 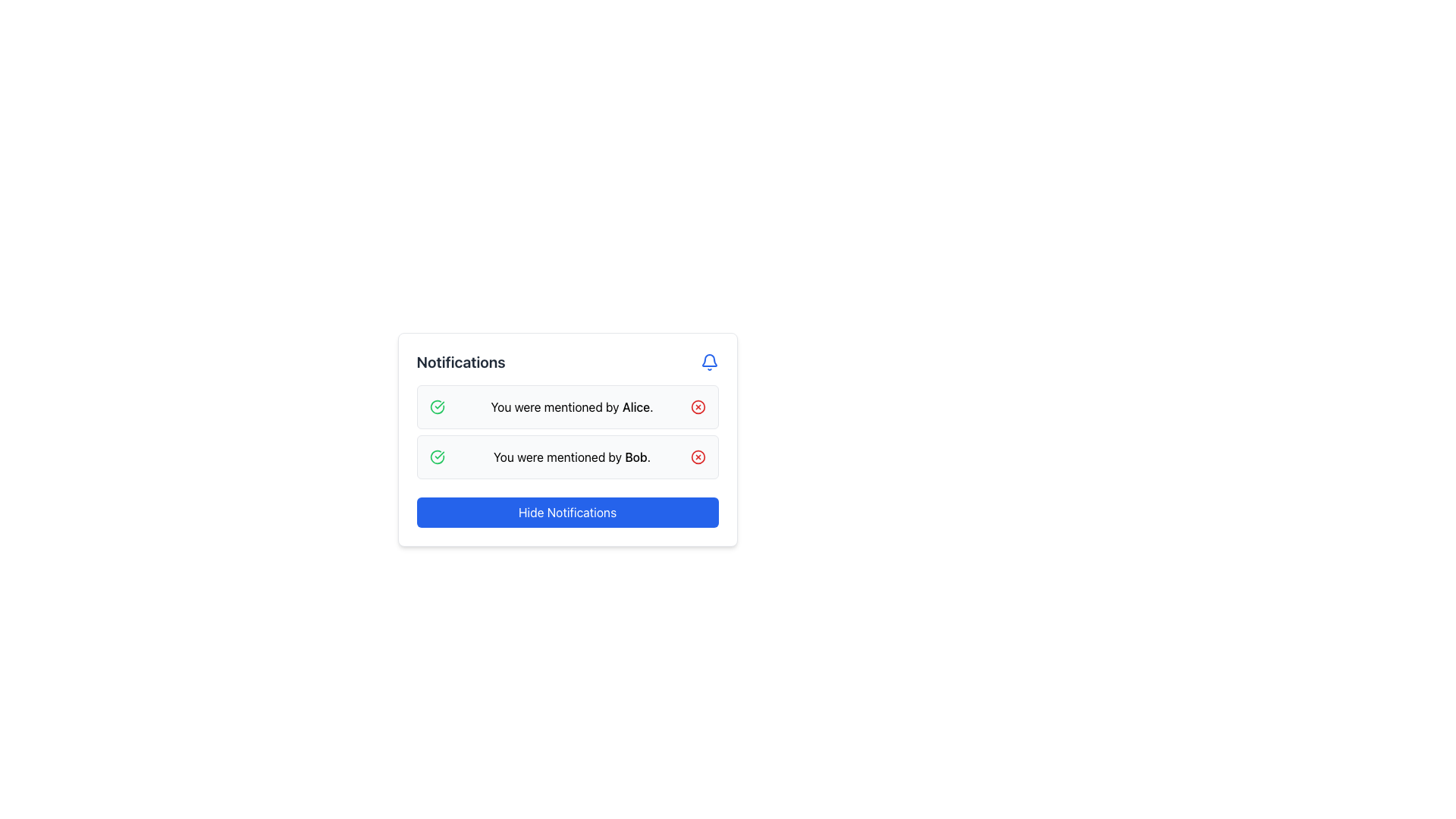 What do you see at coordinates (636, 406) in the screenshot?
I see `the text label displaying the name 'Alice' inside the notification message 'You were mentioned by Alice'` at bounding box center [636, 406].